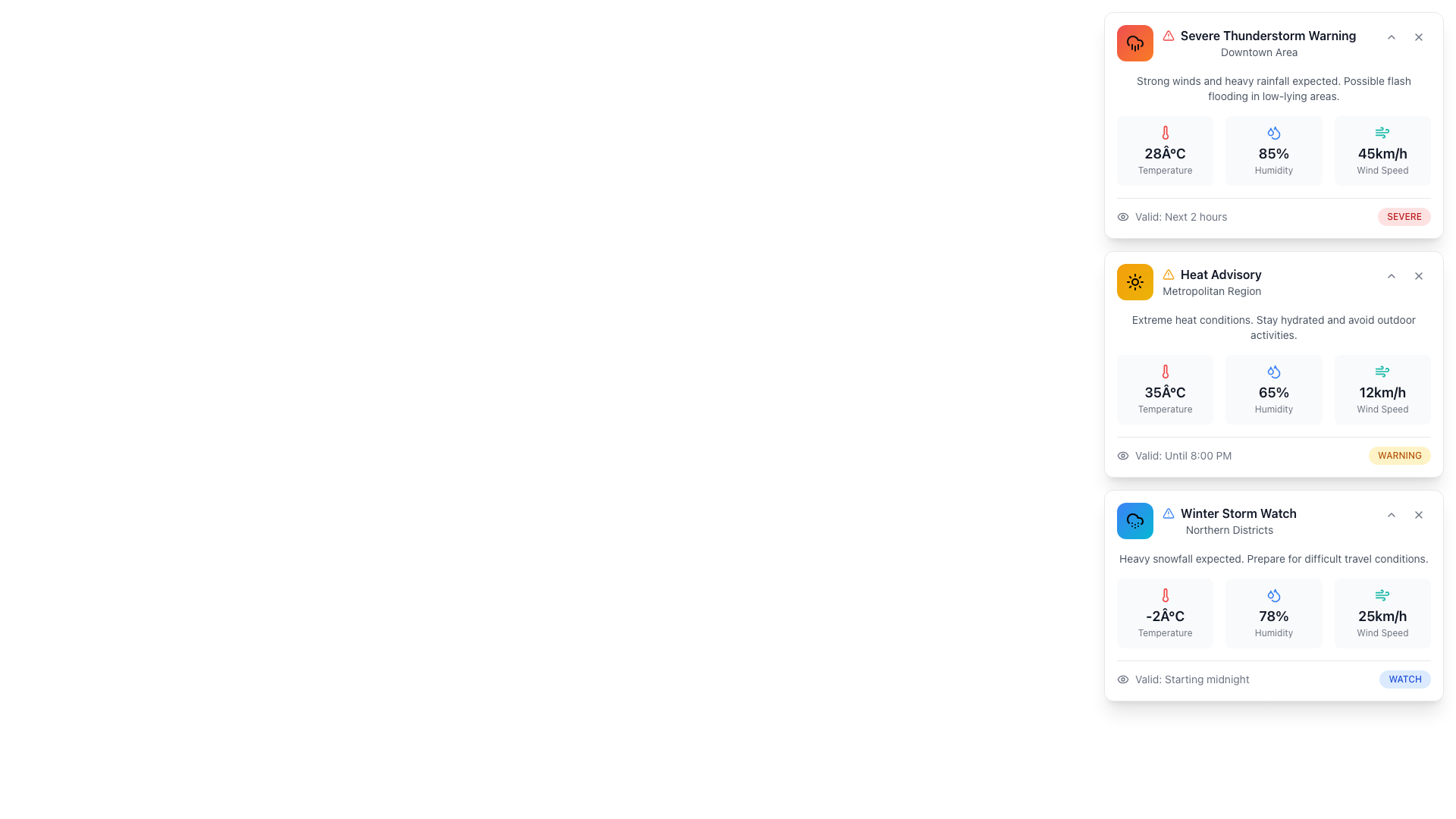 The image size is (1456, 819). I want to click on the small circular button with an 'X' icon located at the top-right corner of the second notification card labeled 'Heat Advisory Metropolitan Region' to invoke its close action, so click(1418, 275).